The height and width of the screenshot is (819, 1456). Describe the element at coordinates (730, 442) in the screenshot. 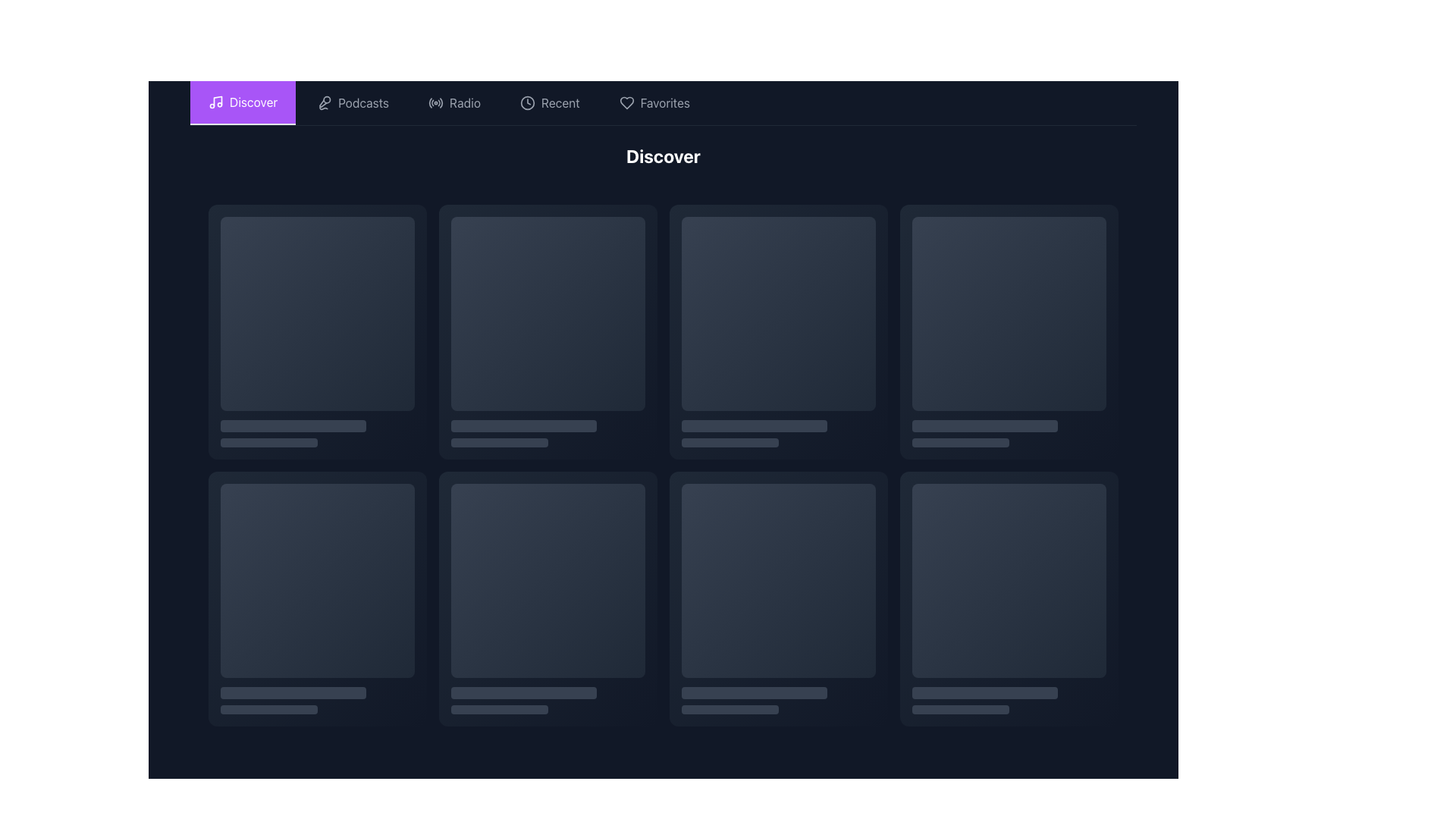

I see `the decorative progress bar located in the second column of the topmost row in the grid layout, specifically the second bar from the bottom of the highlighted card area` at that location.